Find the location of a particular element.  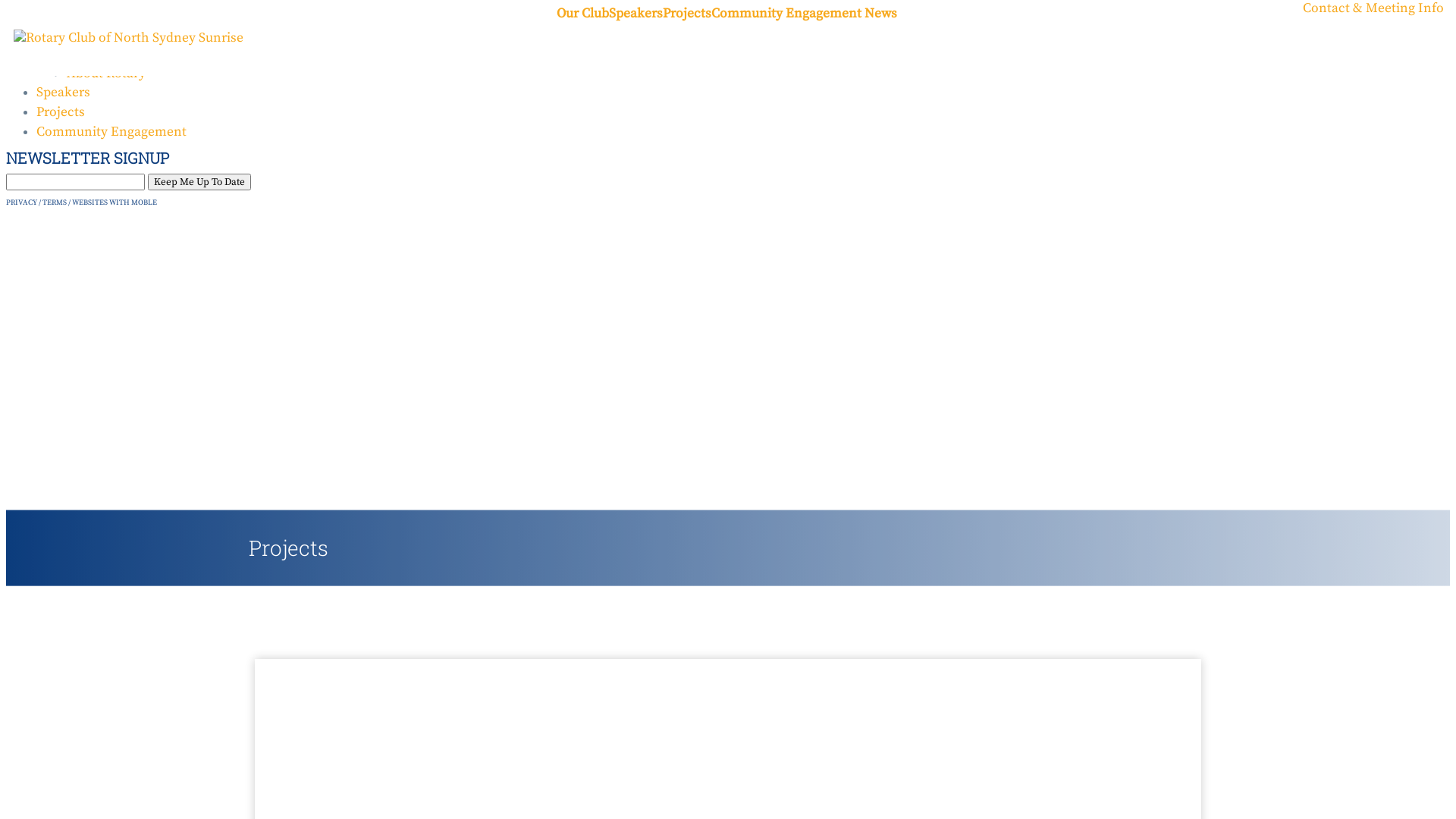

'Our Club' is located at coordinates (61, 34).